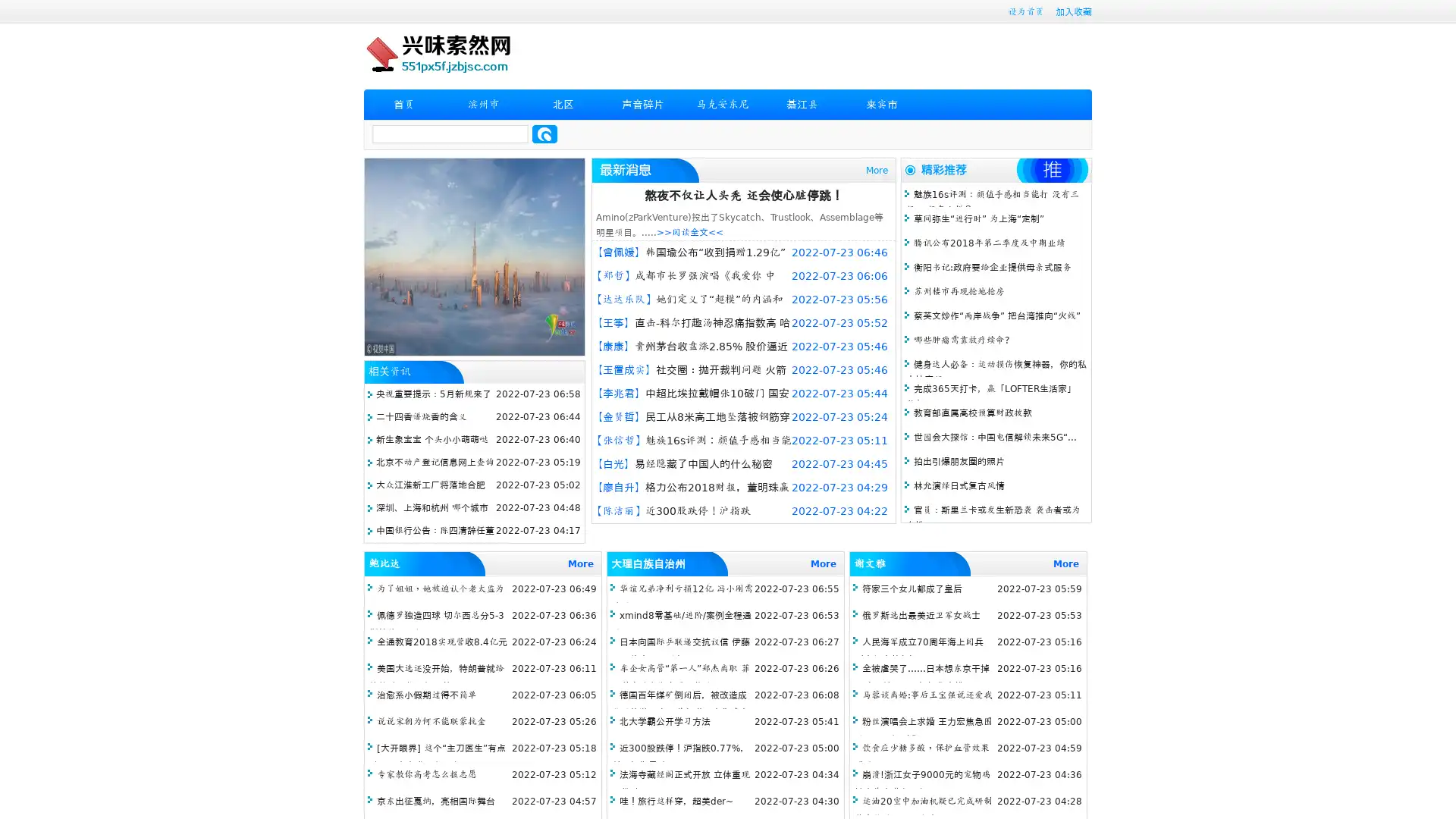 The width and height of the screenshot is (1456, 819). Describe the element at coordinates (544, 133) in the screenshot. I see `Search` at that location.